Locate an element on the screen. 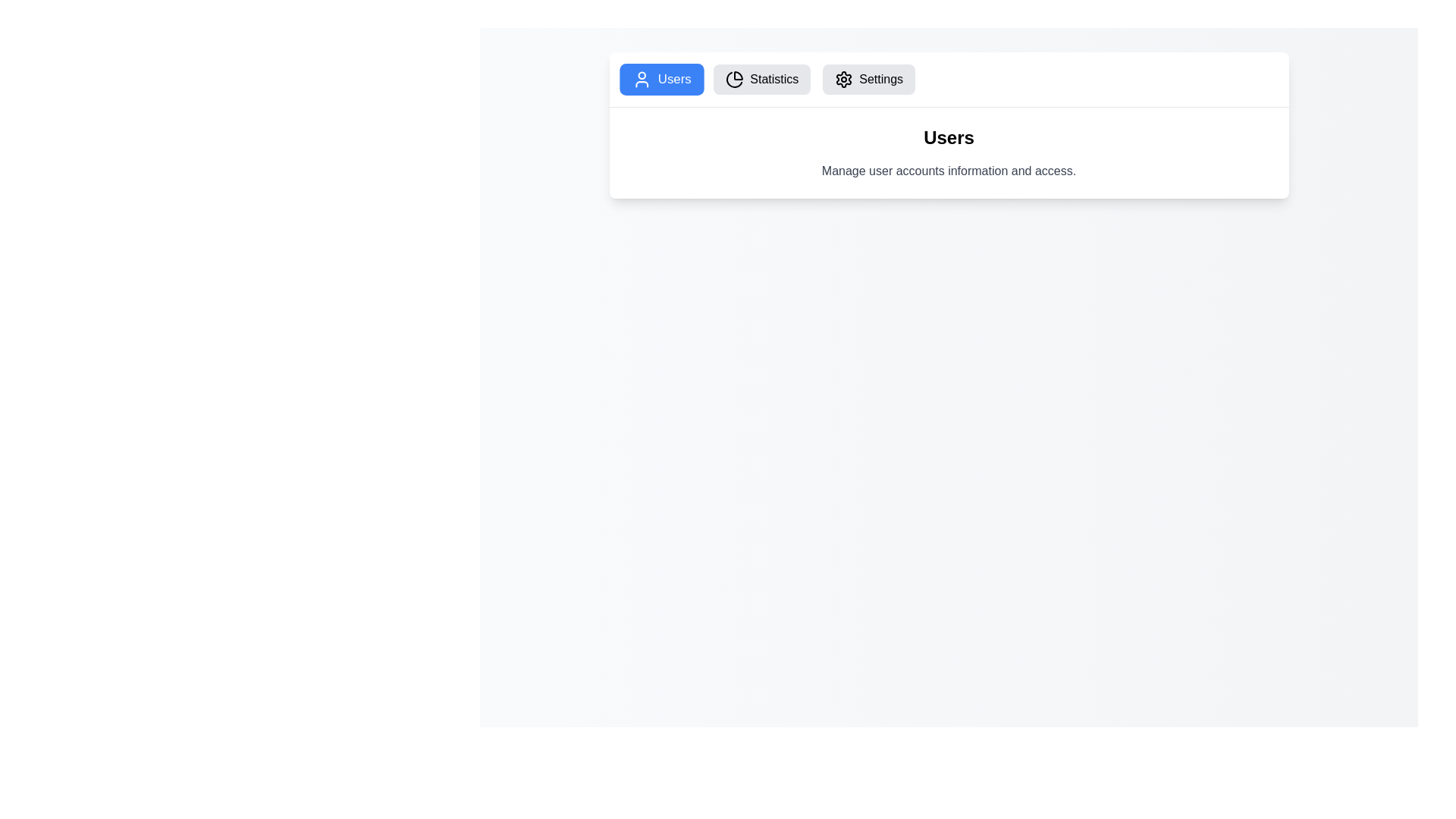 Image resolution: width=1456 pixels, height=819 pixels. the cogwheel icon styled as an SVG graphic, which is located to the left of the 'Settings' button and right of the 'Statistics' button in the horizontal navigation bar is located at coordinates (843, 79).